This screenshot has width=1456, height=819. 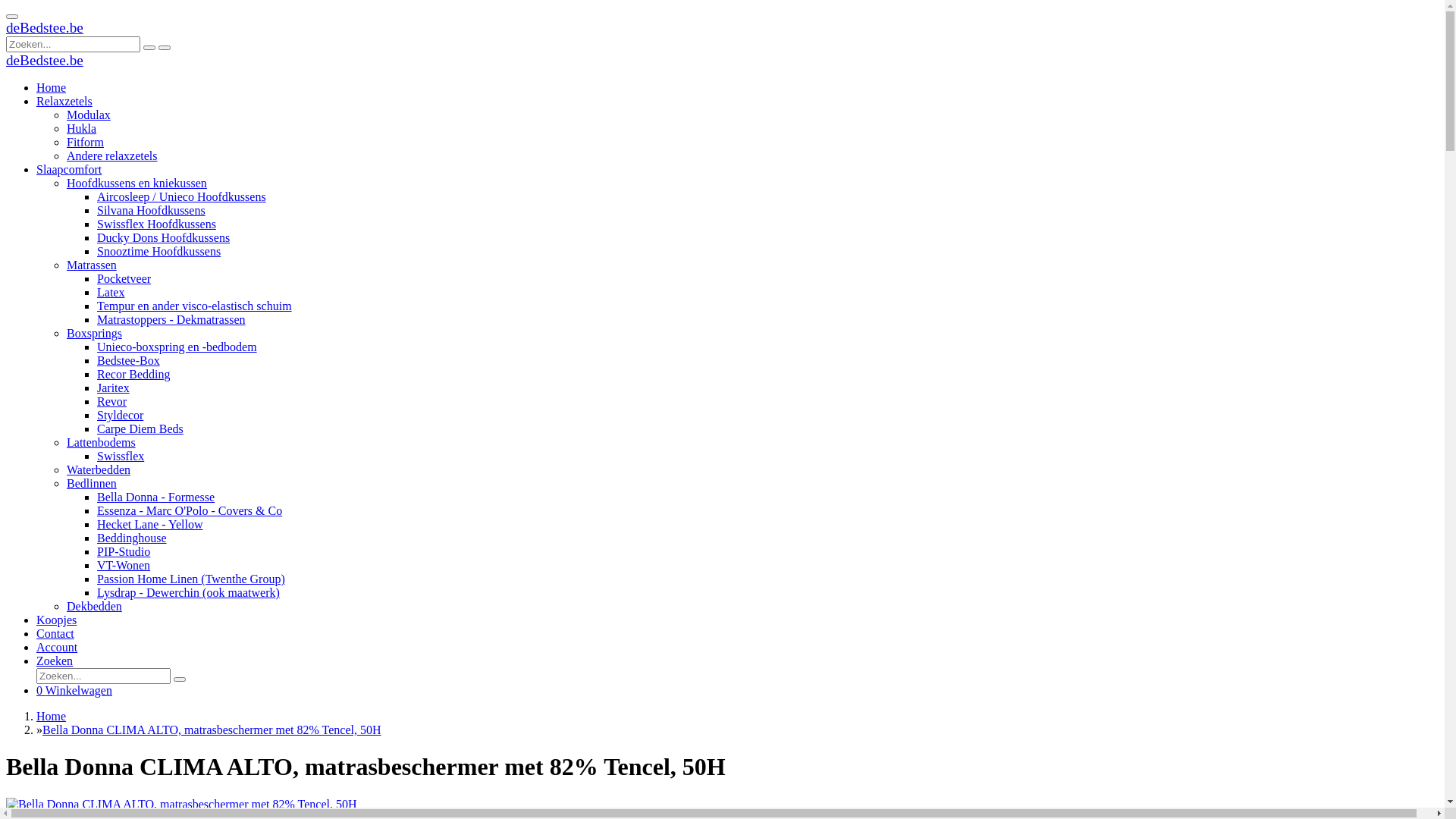 What do you see at coordinates (193, 306) in the screenshot?
I see `'Tempur en ander visco-elastisch schuim'` at bounding box center [193, 306].